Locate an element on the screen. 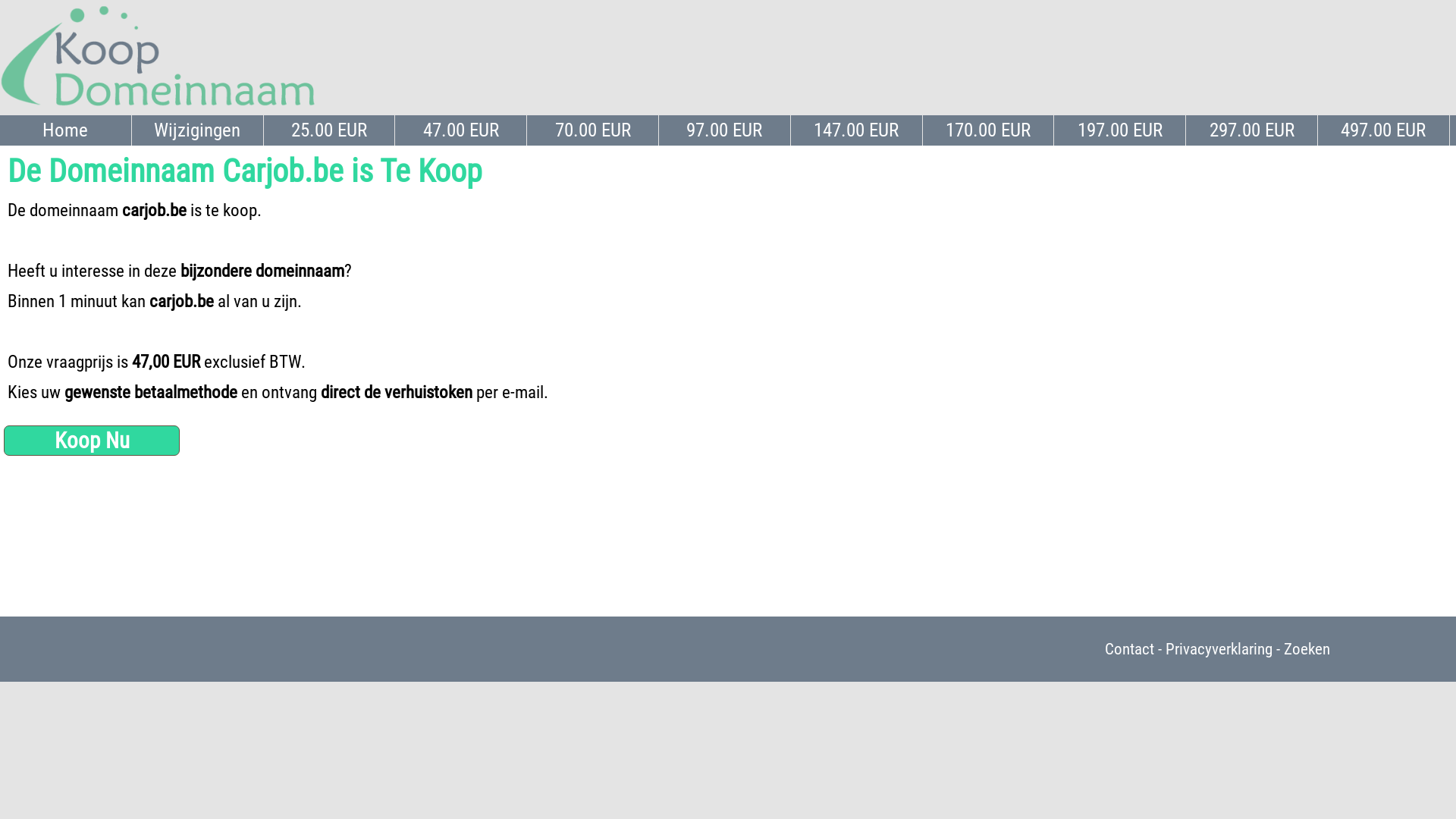 The width and height of the screenshot is (1456, 819). '47.00 EUR' is located at coordinates (460, 130).